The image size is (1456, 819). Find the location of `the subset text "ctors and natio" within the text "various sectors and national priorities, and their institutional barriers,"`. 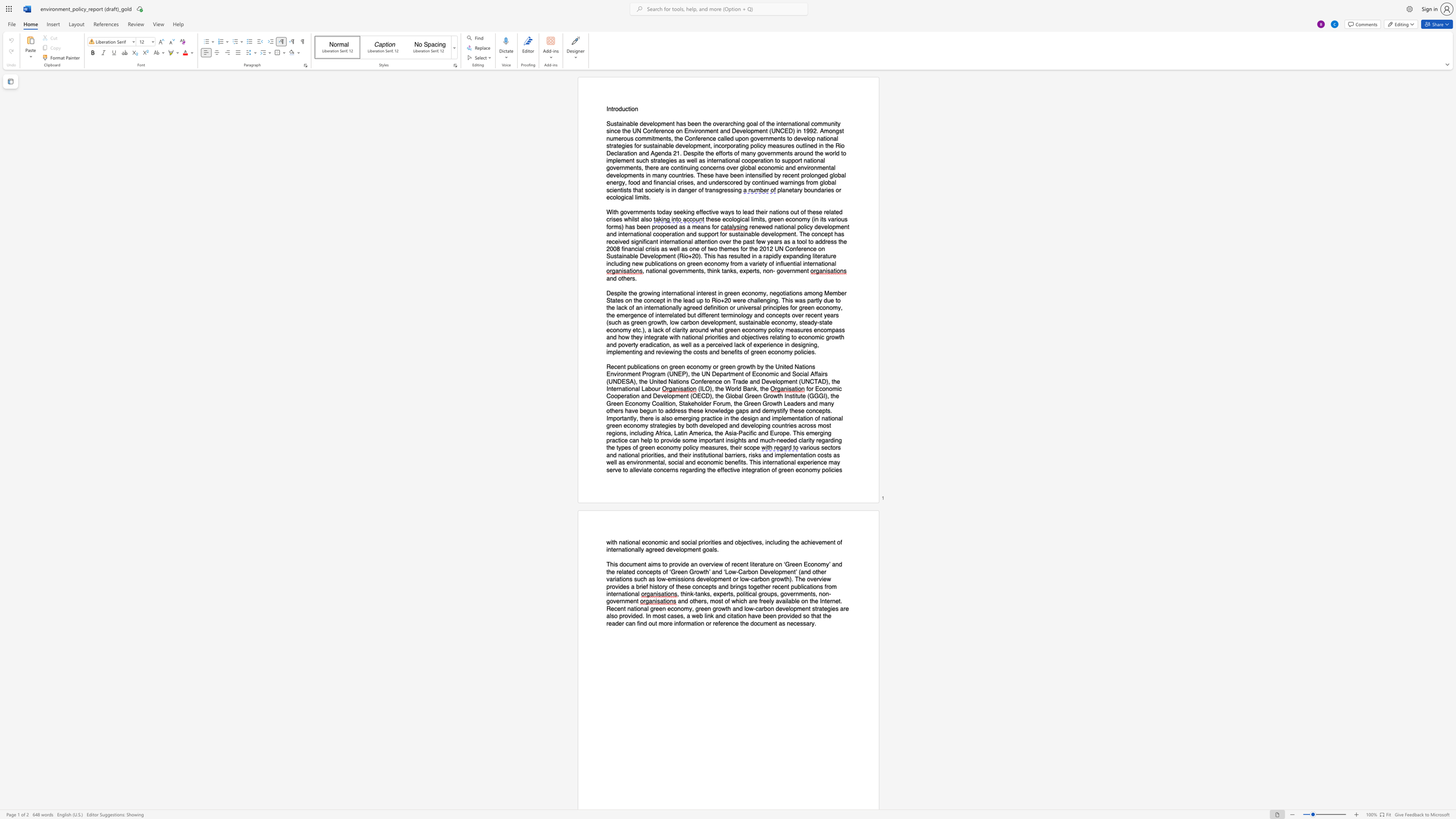

the subset text "ctors and natio" within the text "various sectors and national priorities, and their institutional barriers," is located at coordinates (827, 447).